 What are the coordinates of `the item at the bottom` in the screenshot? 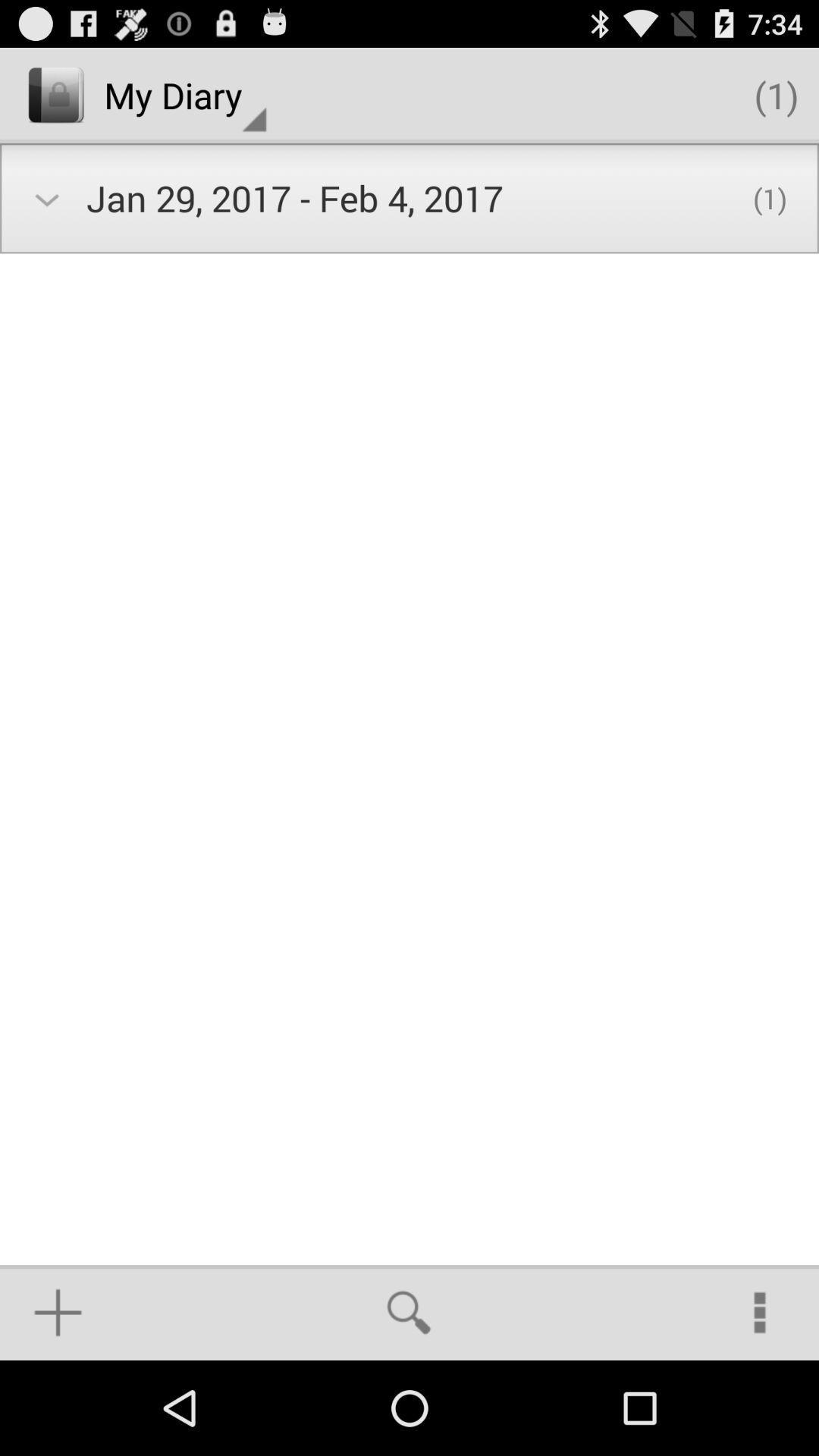 It's located at (408, 1312).